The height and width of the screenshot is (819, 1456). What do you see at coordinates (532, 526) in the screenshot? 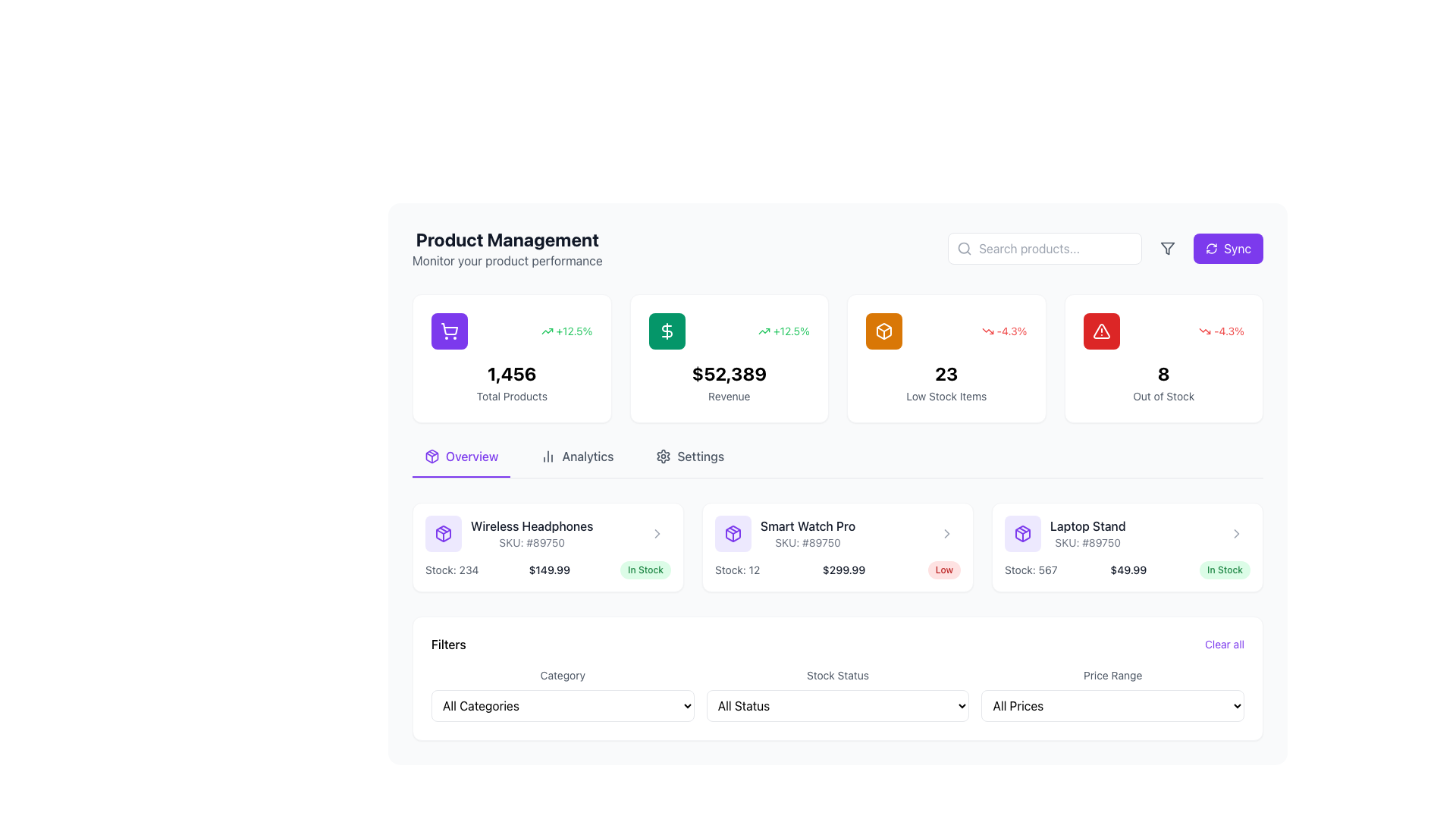
I see `the text label 'Wireless Headphones'` at bounding box center [532, 526].